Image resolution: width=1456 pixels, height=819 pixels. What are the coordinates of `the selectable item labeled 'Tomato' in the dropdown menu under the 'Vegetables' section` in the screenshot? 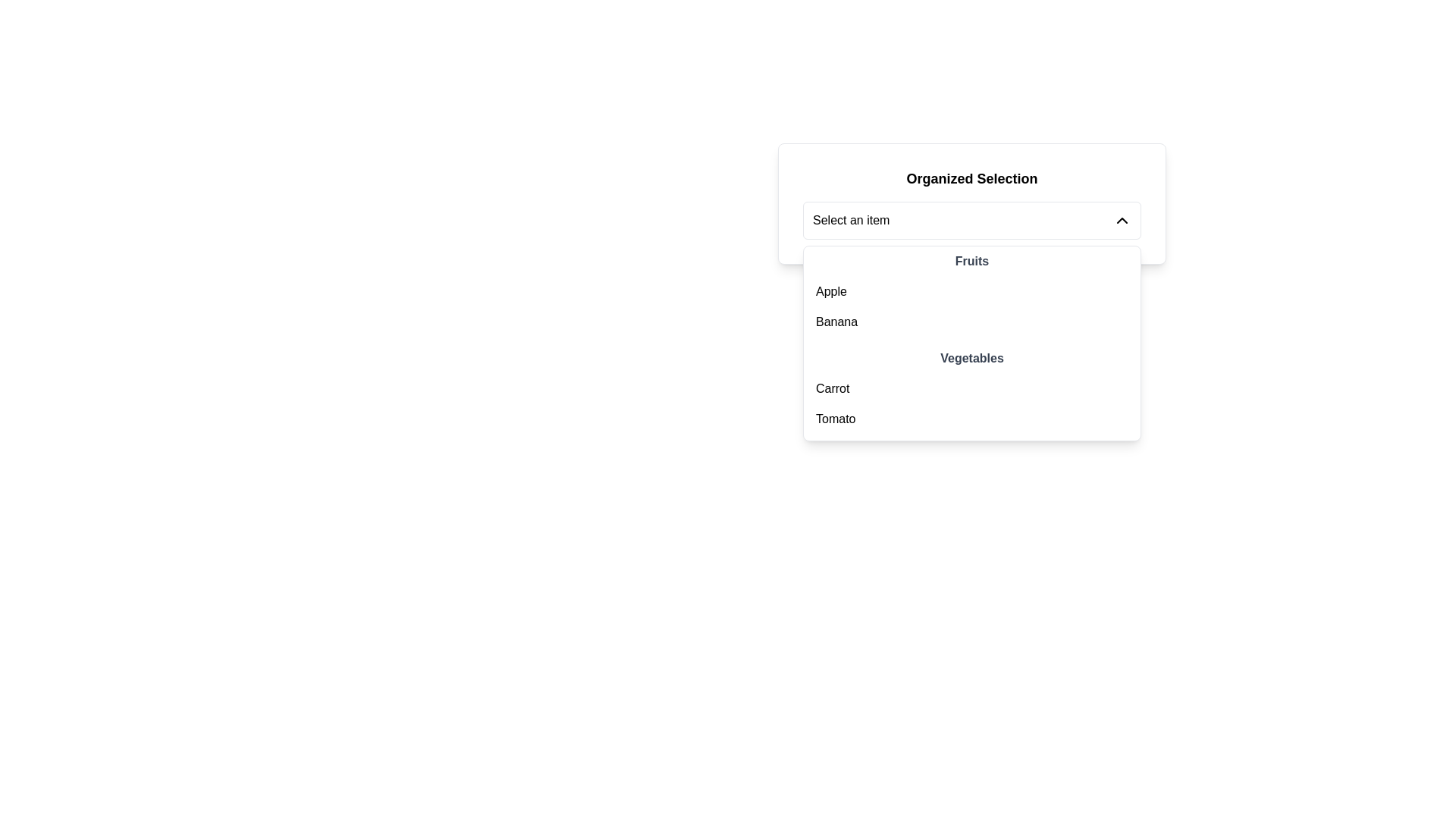 It's located at (971, 419).